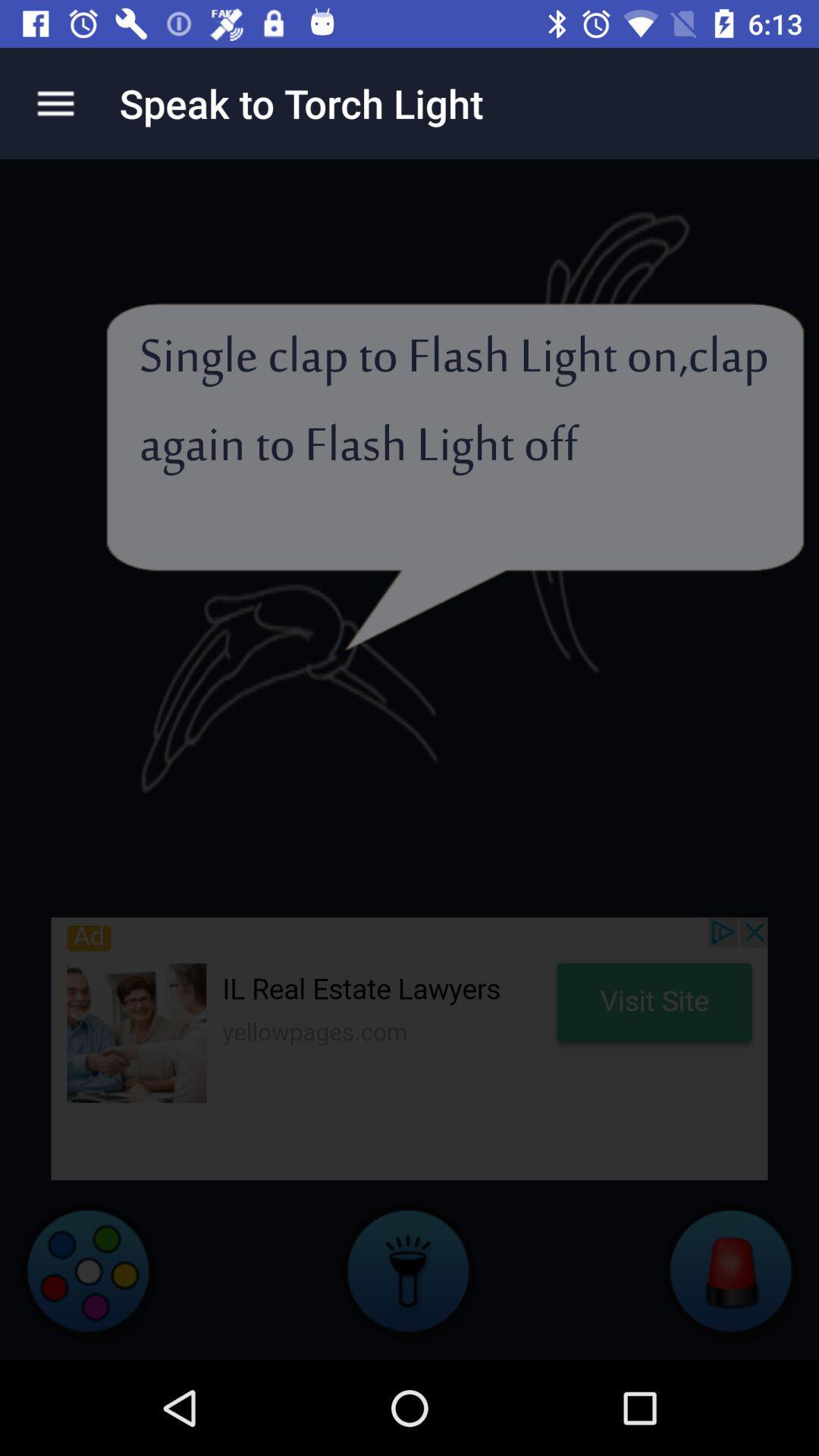  Describe the element at coordinates (409, 1270) in the screenshot. I see `torch light` at that location.